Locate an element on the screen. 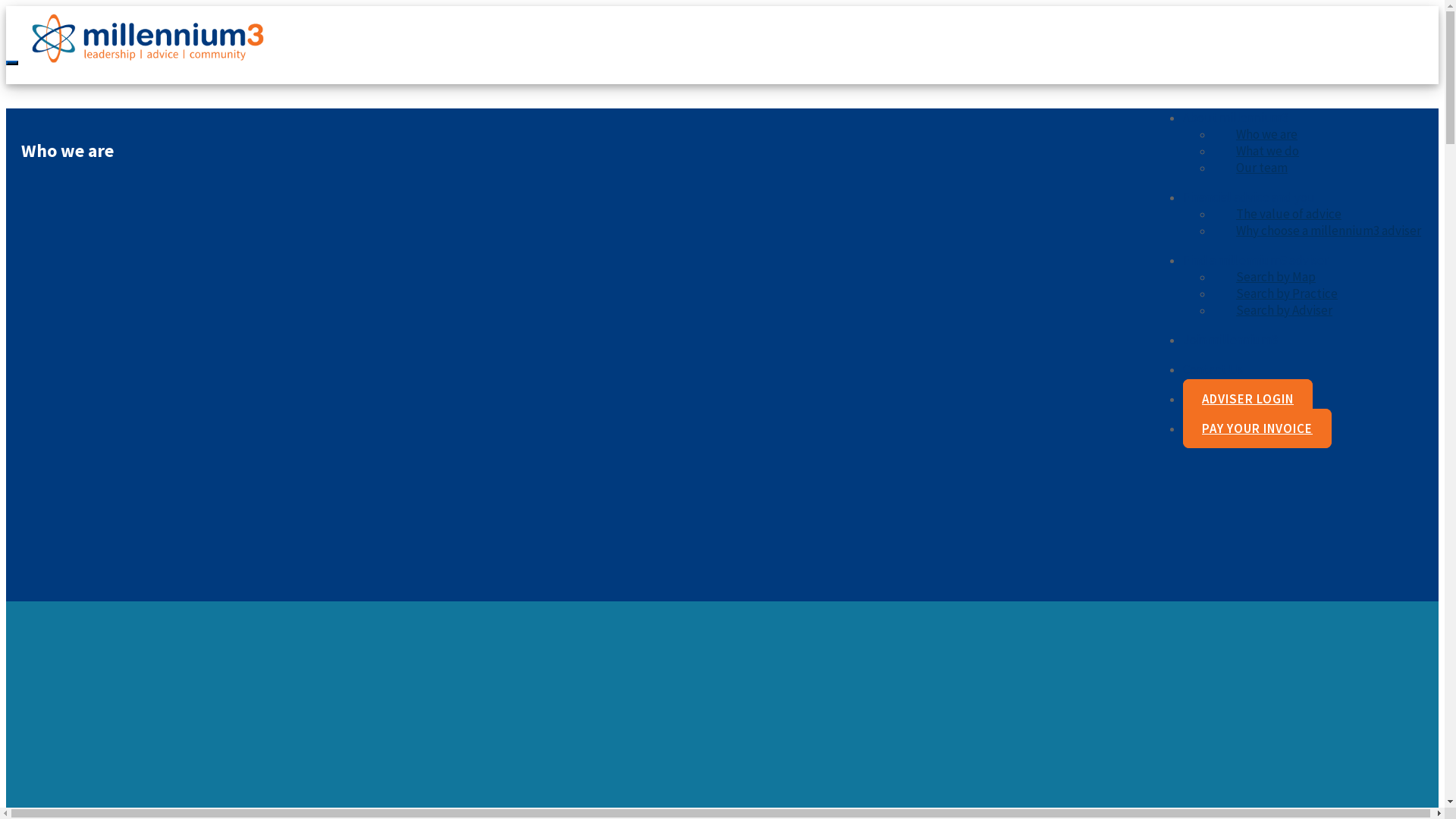 Image resolution: width=1456 pixels, height=819 pixels. 'Contact Us' is located at coordinates (1212, 369).